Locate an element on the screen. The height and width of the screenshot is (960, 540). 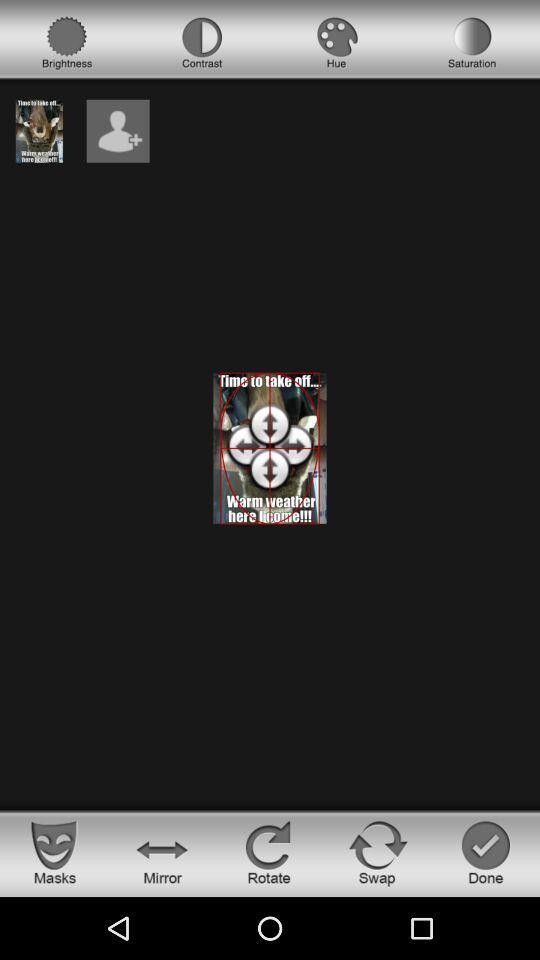
finish button is located at coordinates (485, 851).